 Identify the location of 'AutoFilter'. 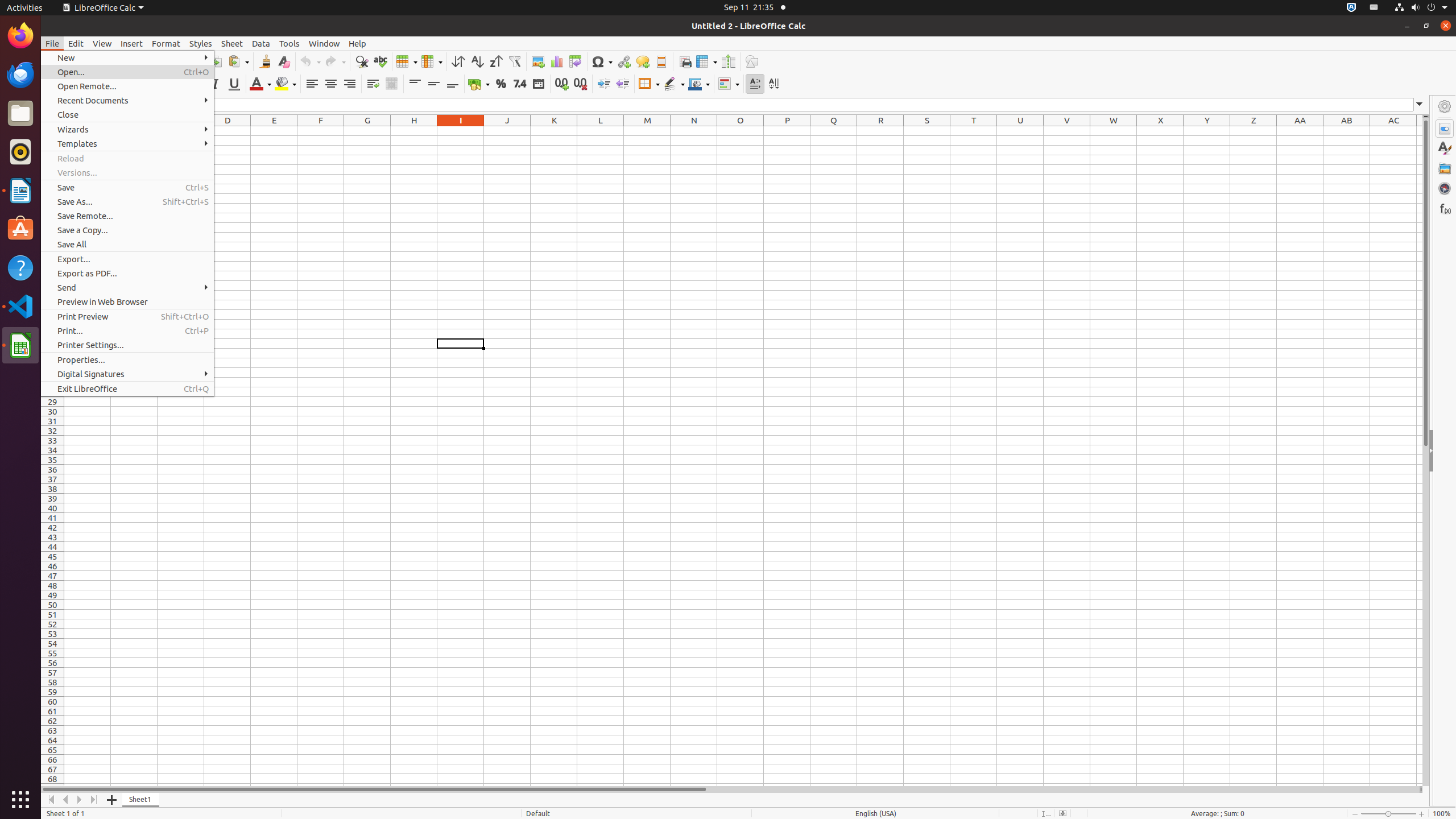
(514, 61).